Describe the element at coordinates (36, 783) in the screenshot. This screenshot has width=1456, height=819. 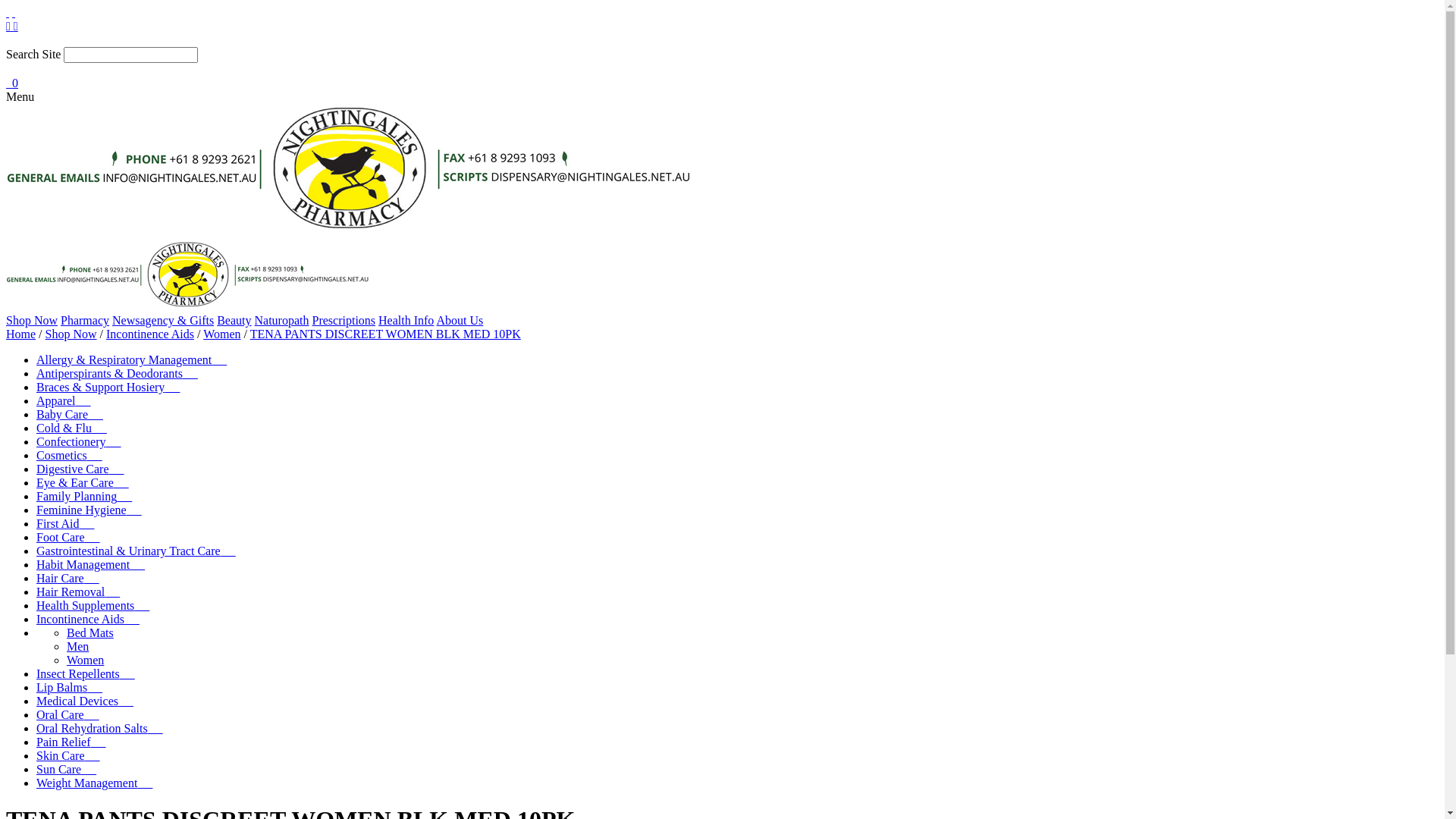
I see `'Weight Management     '` at that location.